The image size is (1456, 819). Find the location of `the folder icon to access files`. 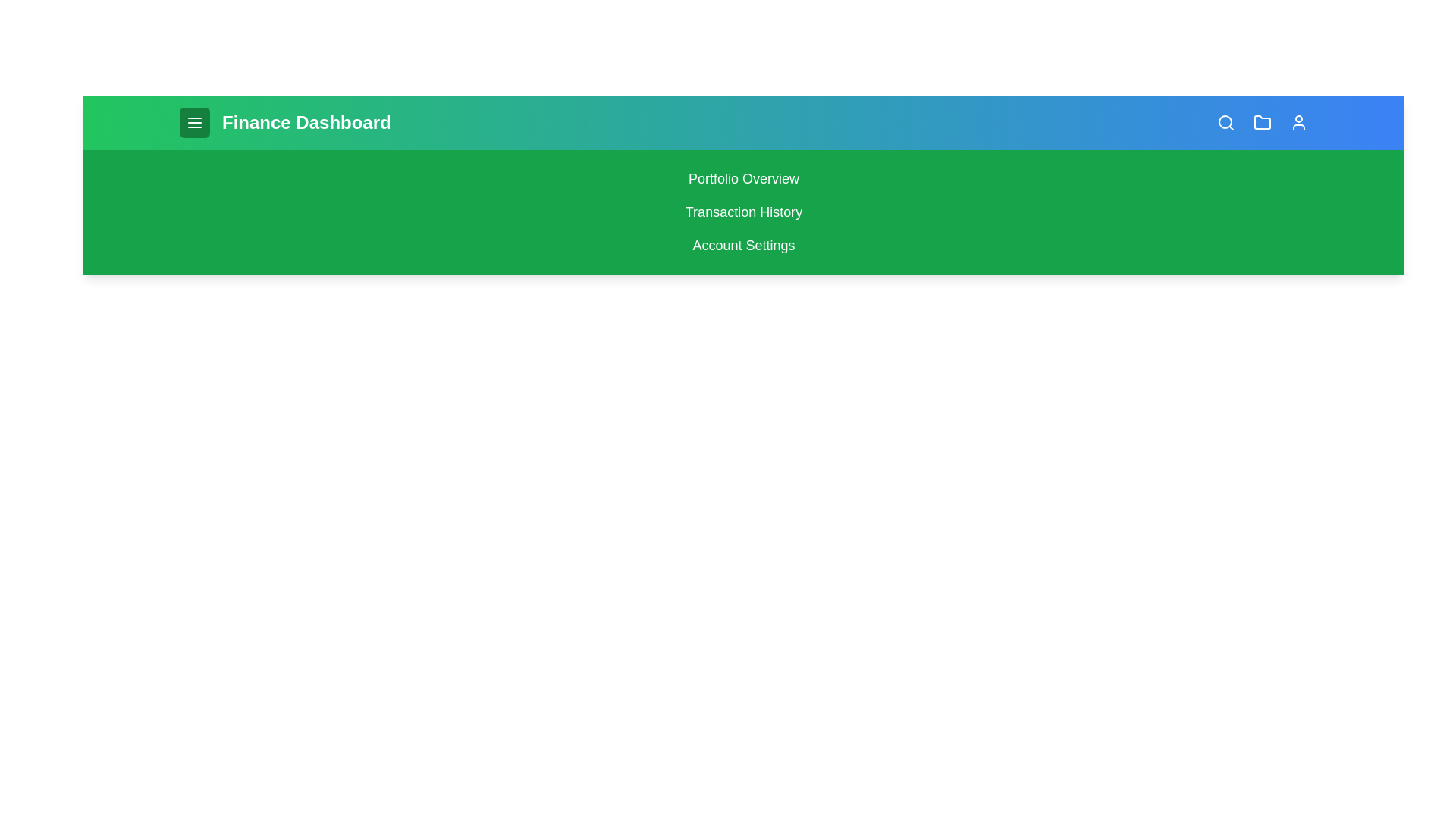

the folder icon to access files is located at coordinates (1263, 122).